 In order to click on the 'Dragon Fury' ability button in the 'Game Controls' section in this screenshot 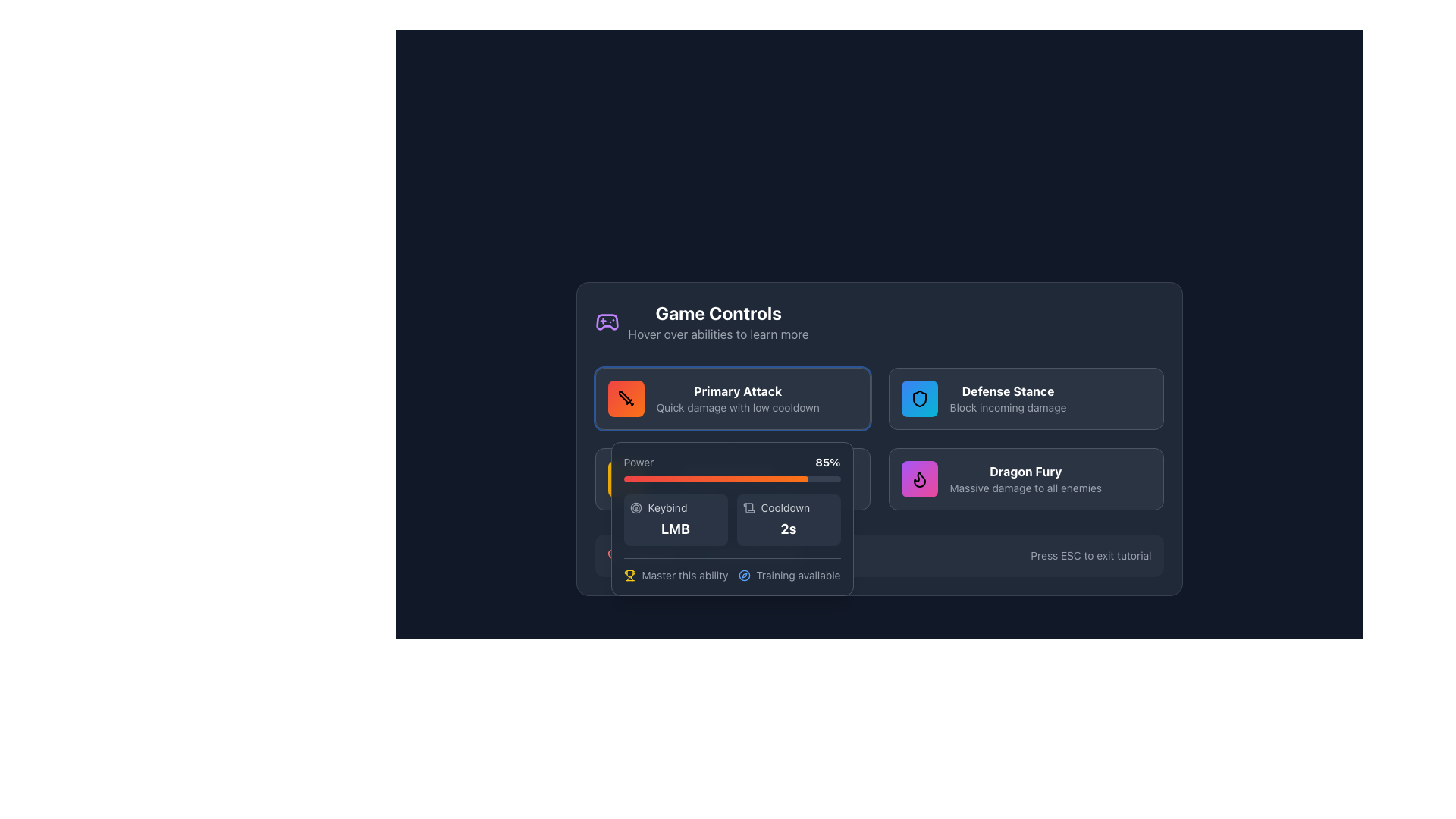, I will do `click(1026, 479)`.